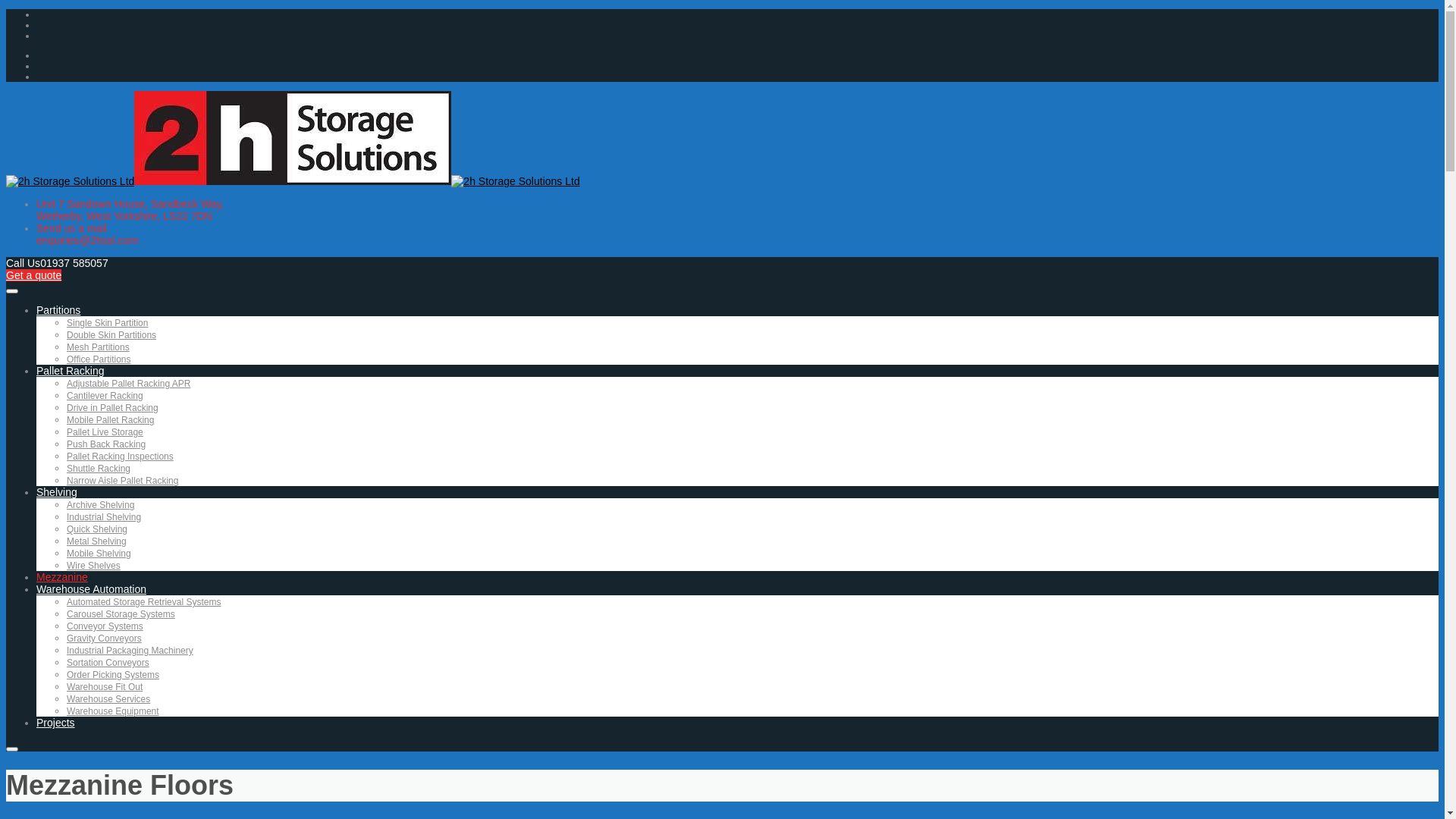 The width and height of the screenshot is (1456, 819). I want to click on 'Industrial Packaging Machinery', so click(130, 649).